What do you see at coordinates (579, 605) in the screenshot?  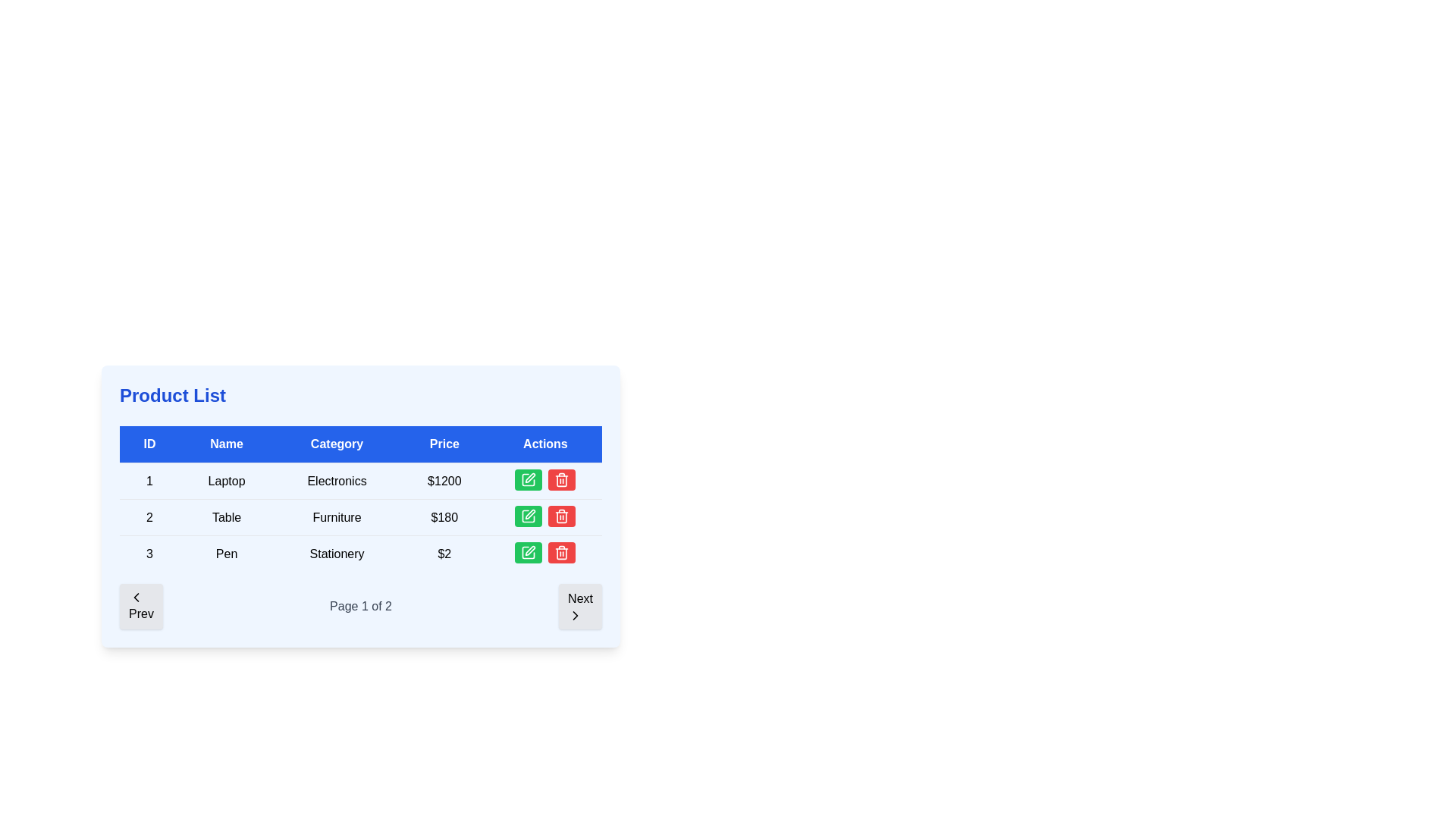 I see `the 'Next' button, which is a rectangular button with a light gray background and contains the text 'Next' in bold along with a right-arrow icon, located on the right side of the navigation bar under a table` at bounding box center [579, 605].